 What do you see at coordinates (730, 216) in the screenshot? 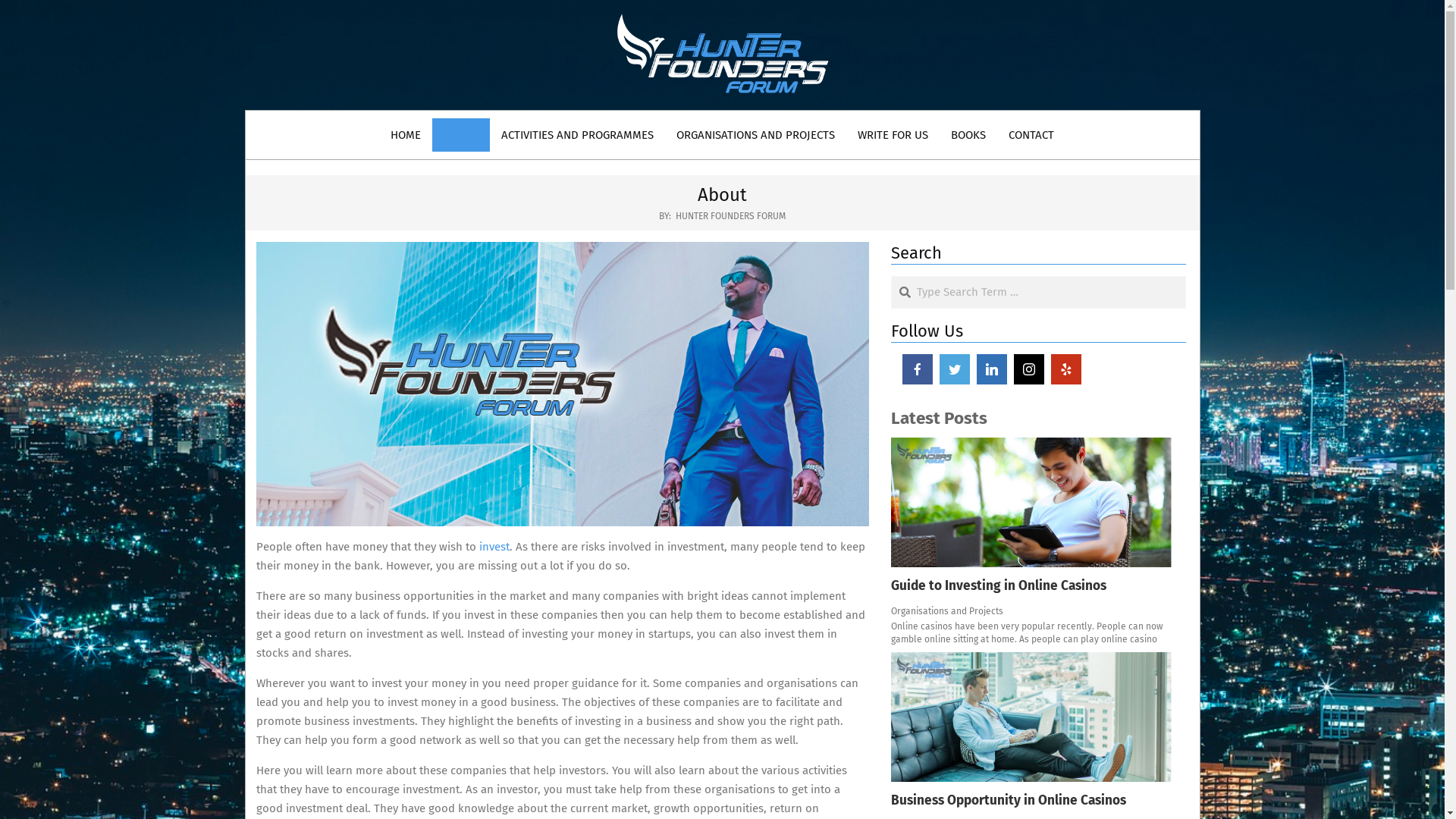
I see `'HUNTER FOUNDERS FORUM'` at bounding box center [730, 216].